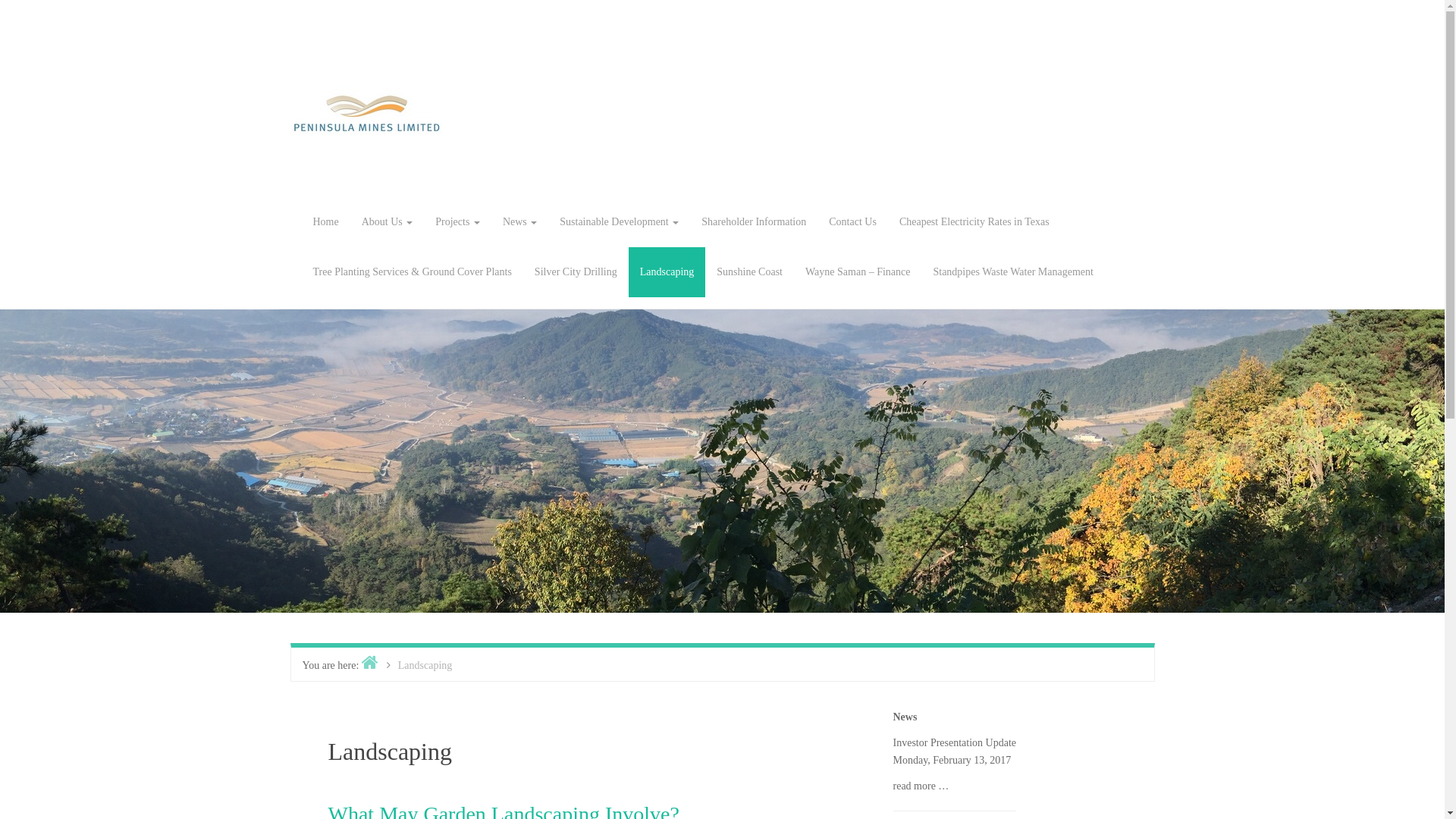  Describe the element at coordinates (1012, 271) in the screenshot. I see `'Standpipes Waste Water Management'` at that location.